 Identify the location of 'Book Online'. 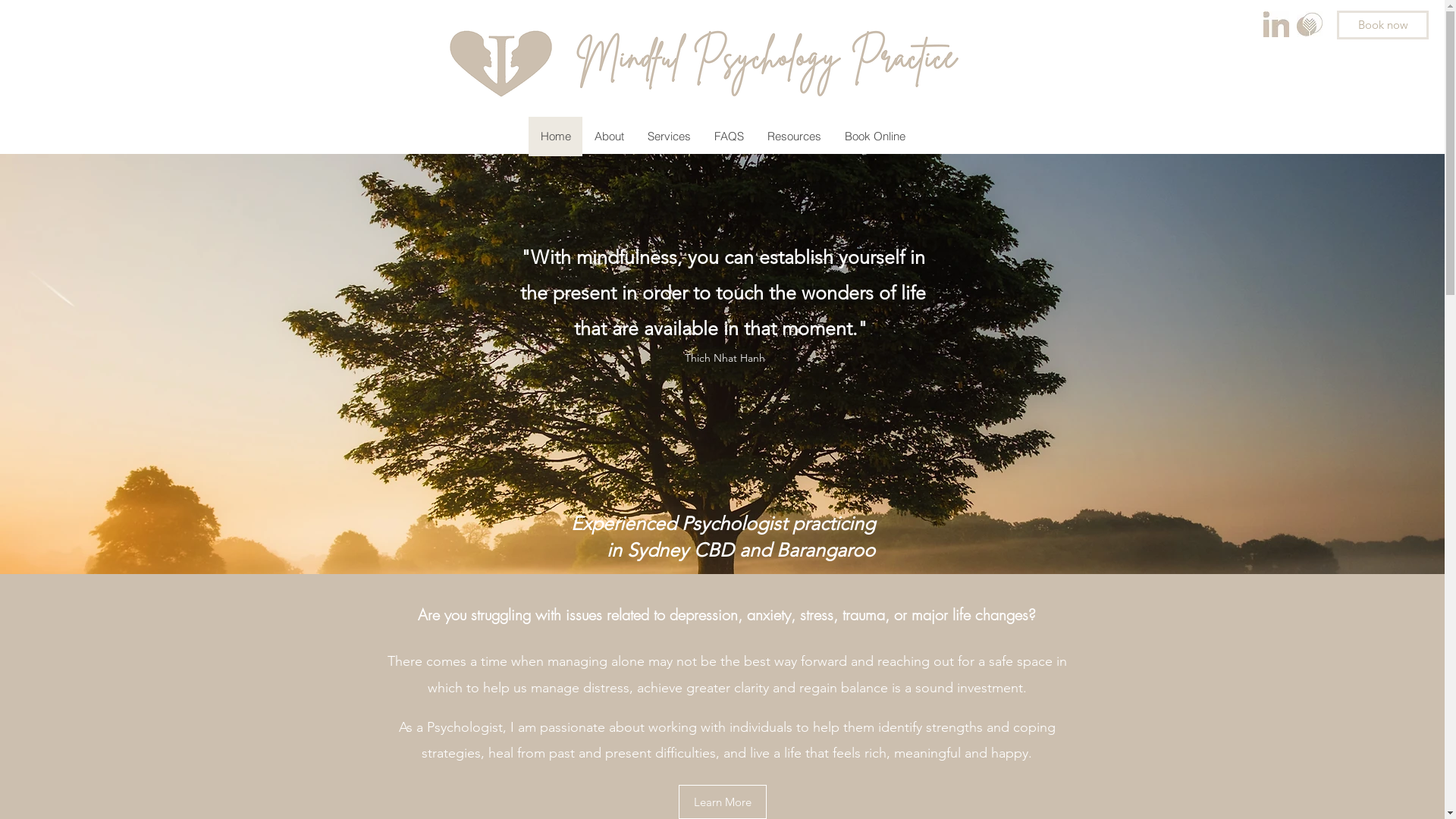
(874, 136).